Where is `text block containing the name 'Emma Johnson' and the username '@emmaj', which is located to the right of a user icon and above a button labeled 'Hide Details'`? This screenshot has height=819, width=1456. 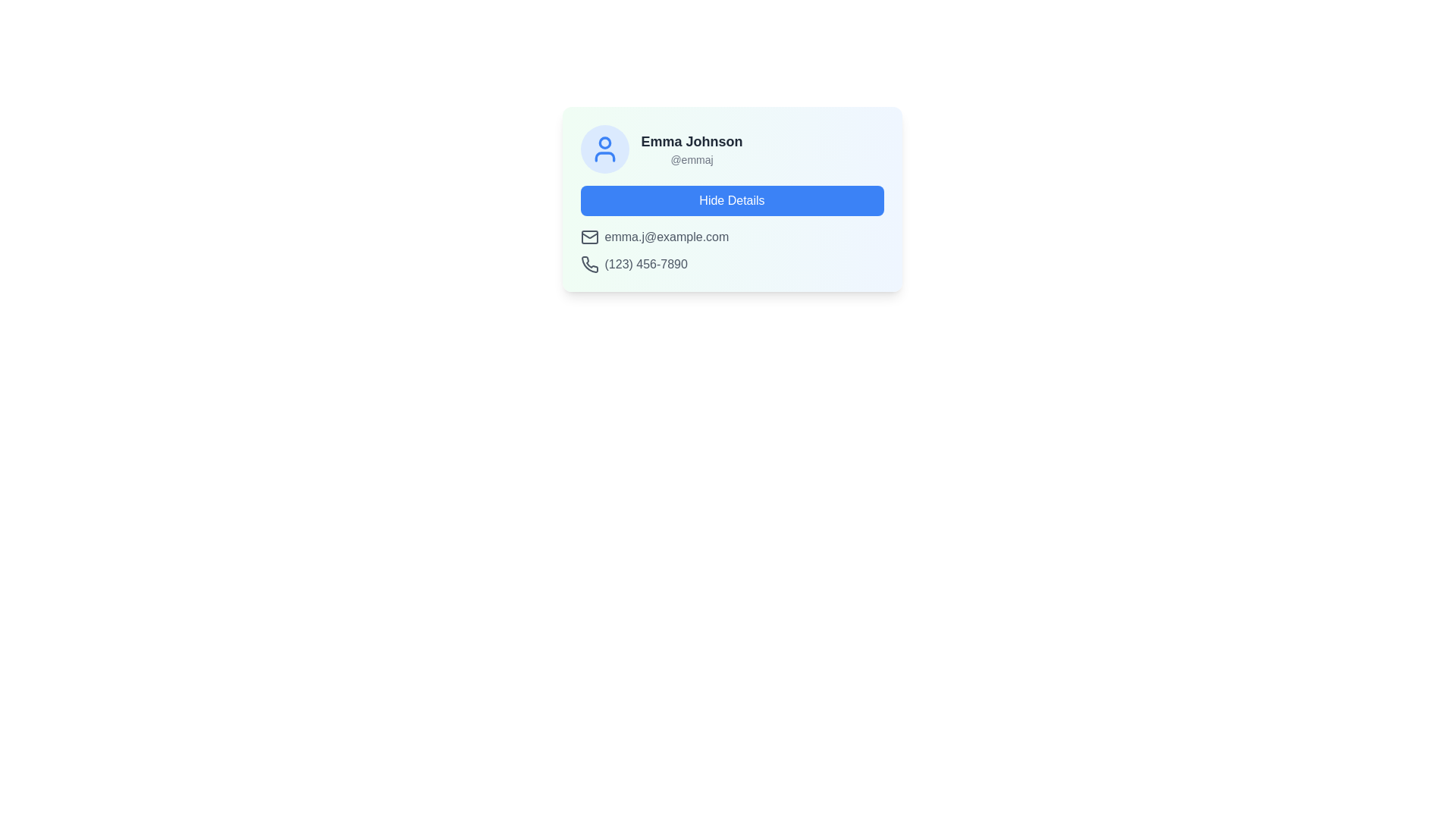 text block containing the name 'Emma Johnson' and the username '@emmaj', which is located to the right of a user icon and above a button labeled 'Hide Details' is located at coordinates (691, 149).